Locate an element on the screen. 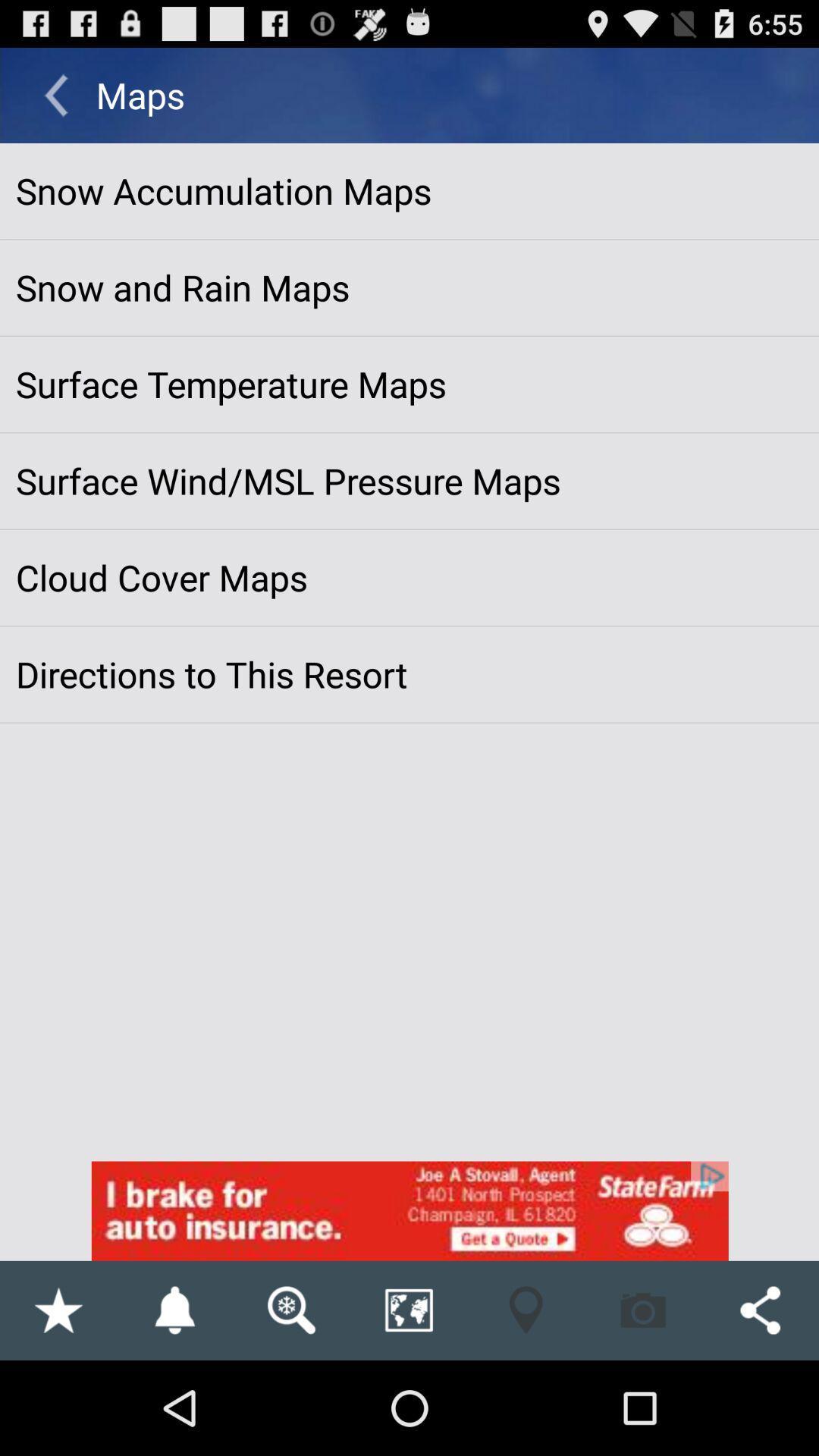 The height and width of the screenshot is (1456, 819). find the location is located at coordinates (525, 1310).